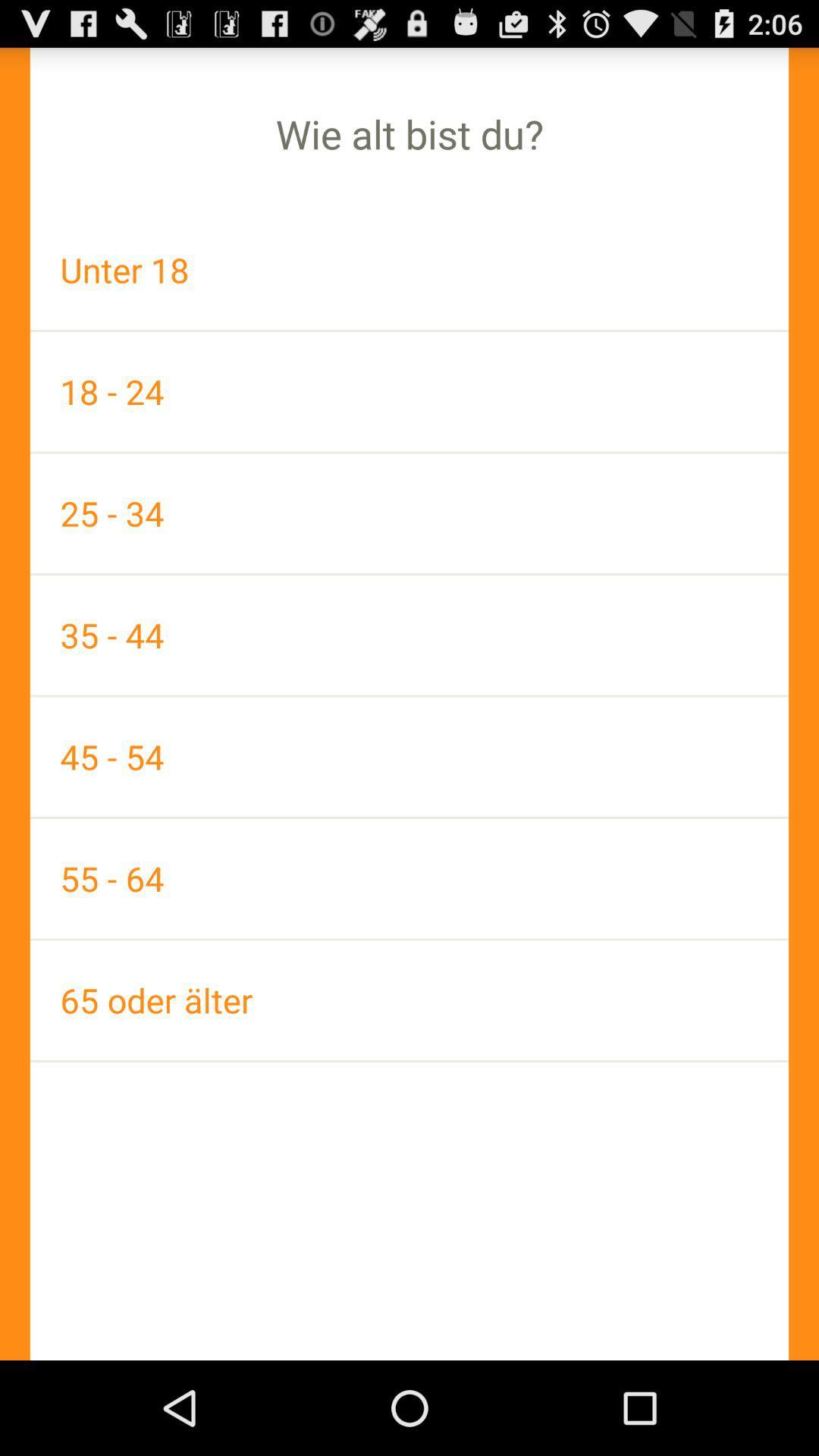  What do you see at coordinates (409, 391) in the screenshot?
I see `item below the unter 18` at bounding box center [409, 391].